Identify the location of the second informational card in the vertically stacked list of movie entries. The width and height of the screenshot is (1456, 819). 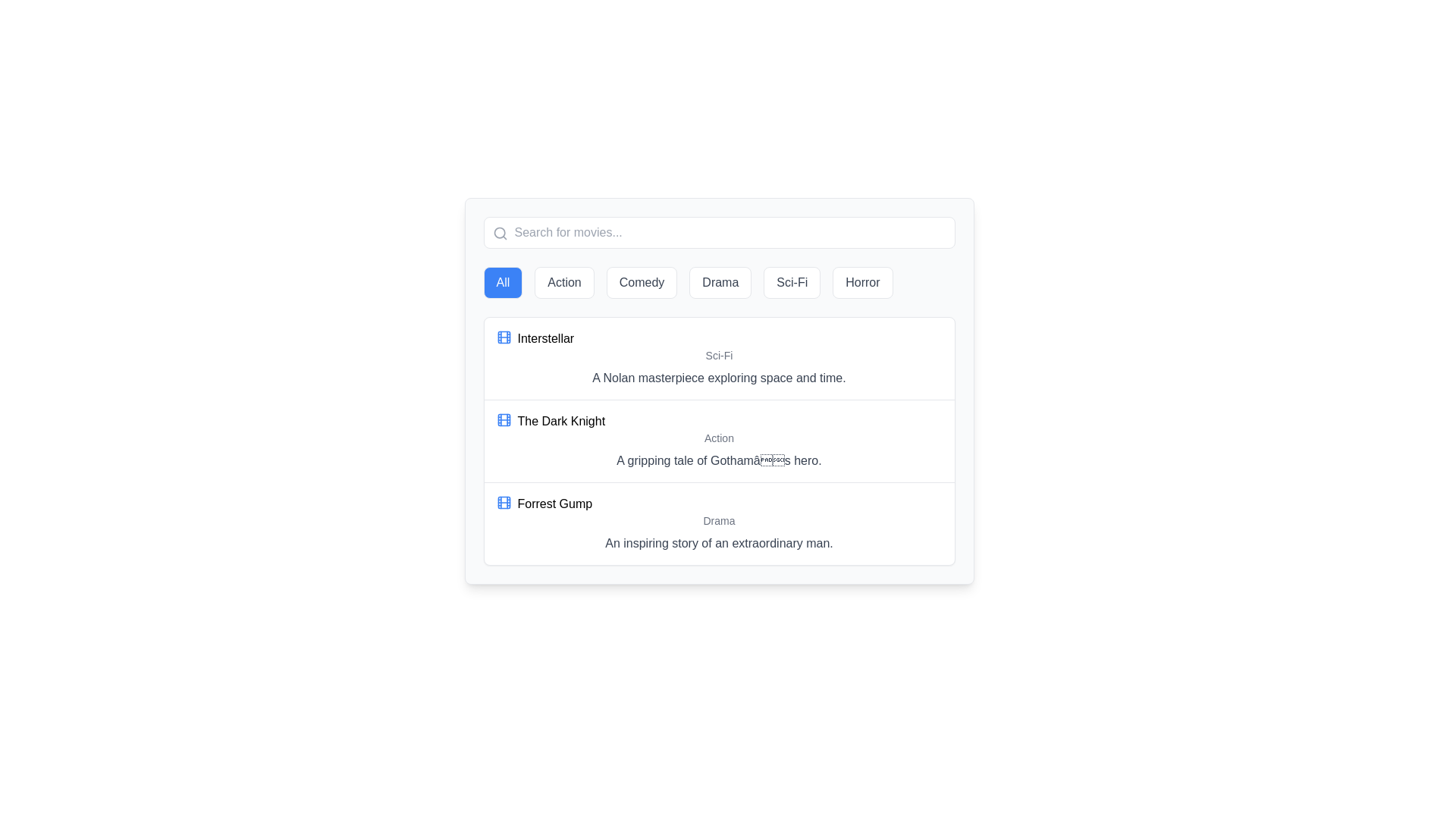
(718, 441).